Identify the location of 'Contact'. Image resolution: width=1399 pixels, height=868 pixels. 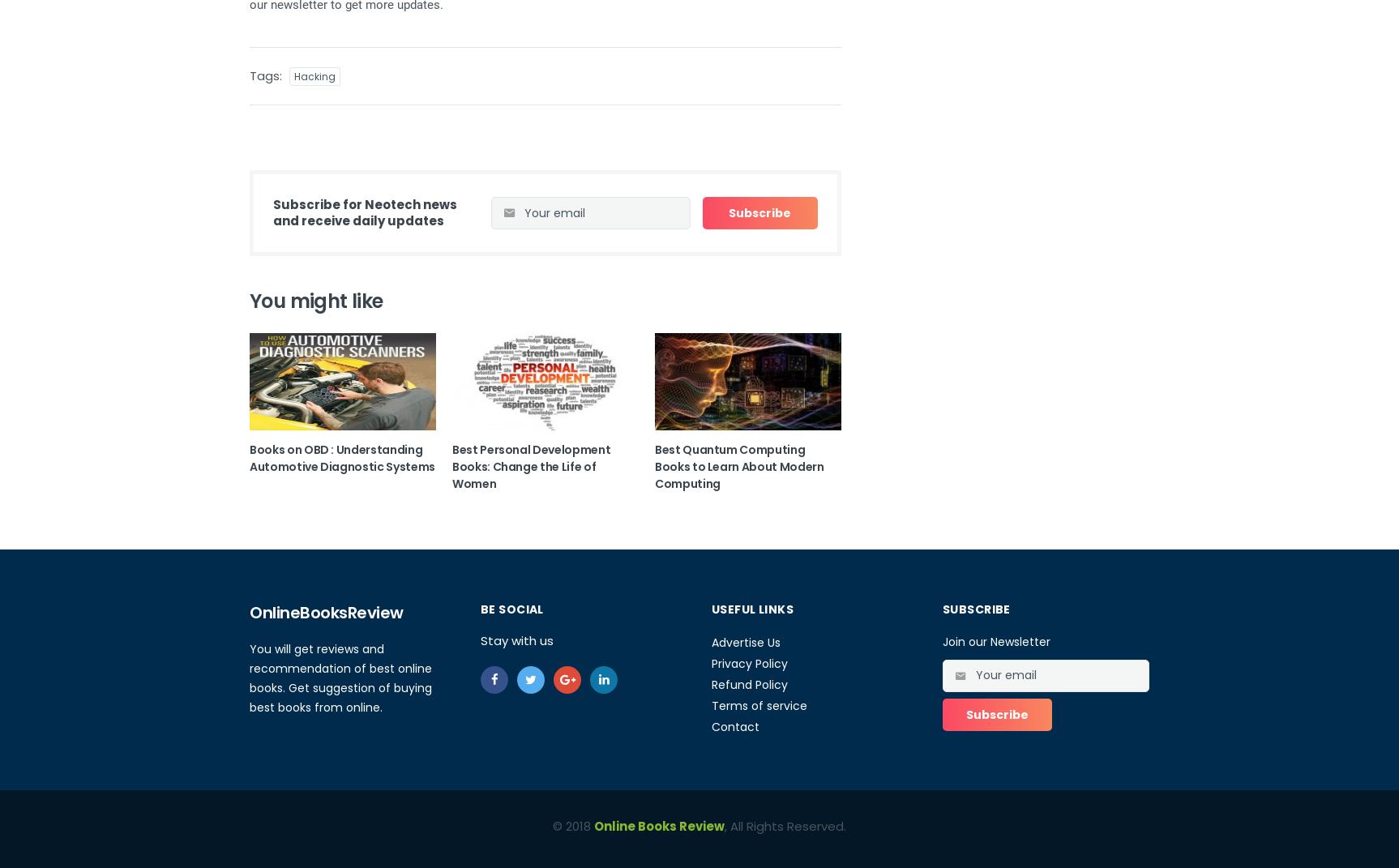
(712, 725).